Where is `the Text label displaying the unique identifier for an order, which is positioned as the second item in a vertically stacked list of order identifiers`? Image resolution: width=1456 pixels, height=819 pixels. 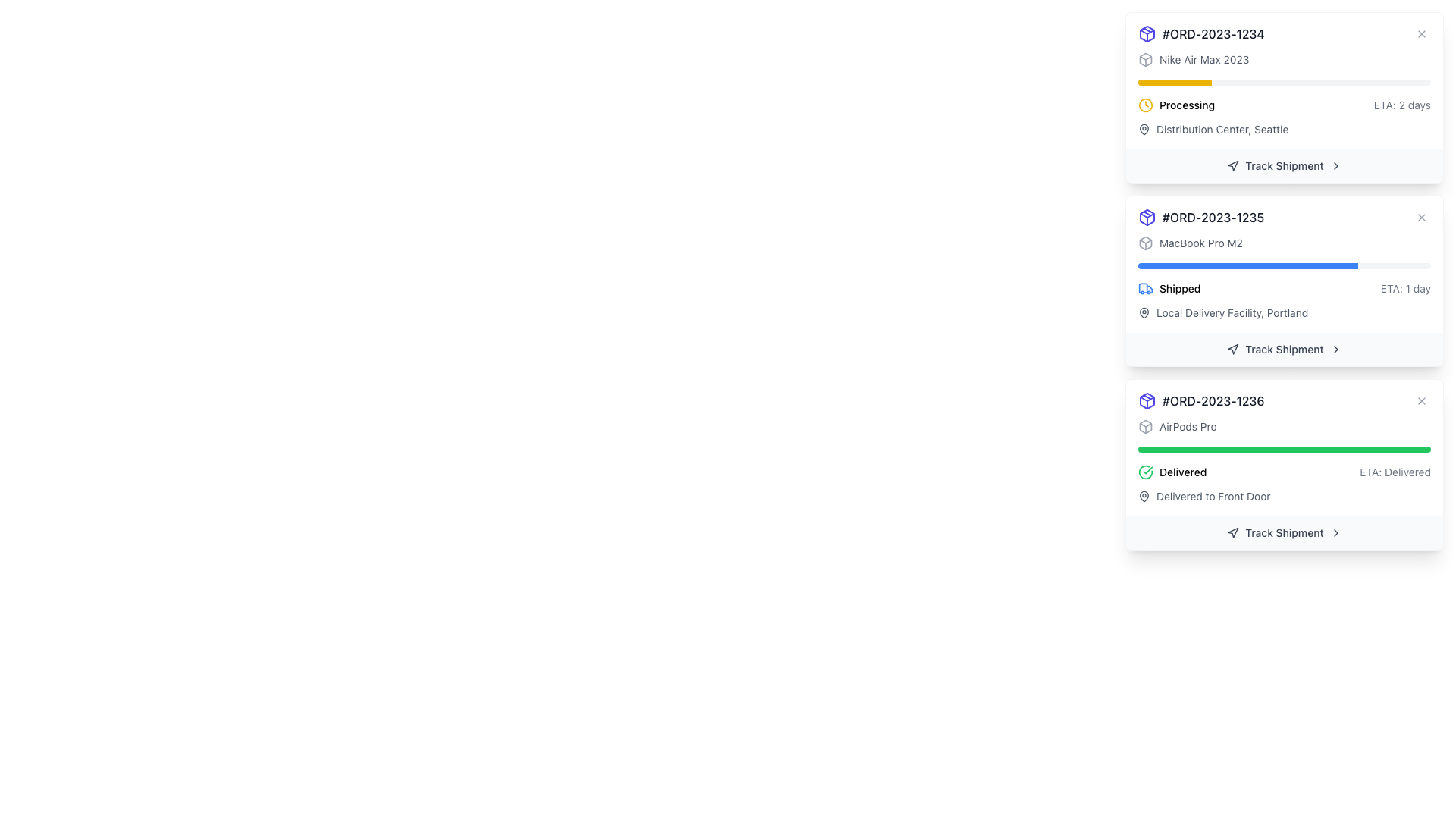 the Text label displaying the unique identifier for an order, which is positioned as the second item in a vertically stacked list of order identifiers is located at coordinates (1200, 217).